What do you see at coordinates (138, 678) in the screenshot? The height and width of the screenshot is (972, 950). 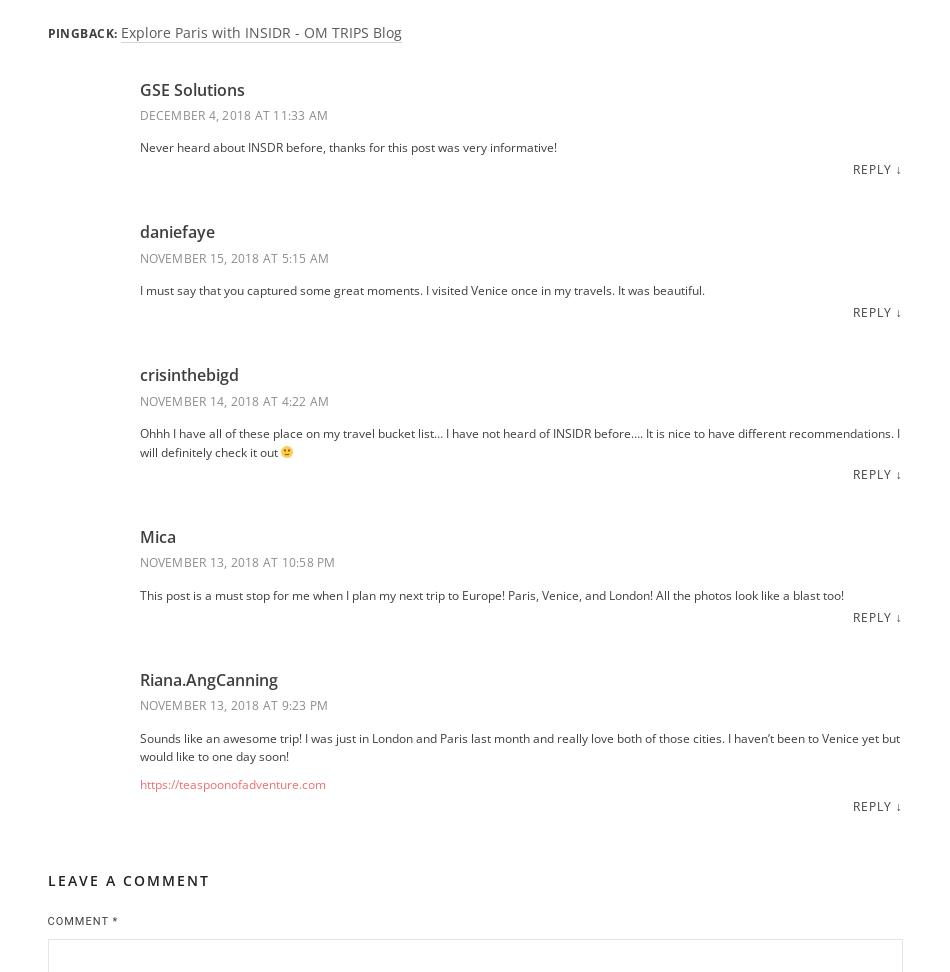 I see `'Riana.AngCanning'` at bounding box center [138, 678].